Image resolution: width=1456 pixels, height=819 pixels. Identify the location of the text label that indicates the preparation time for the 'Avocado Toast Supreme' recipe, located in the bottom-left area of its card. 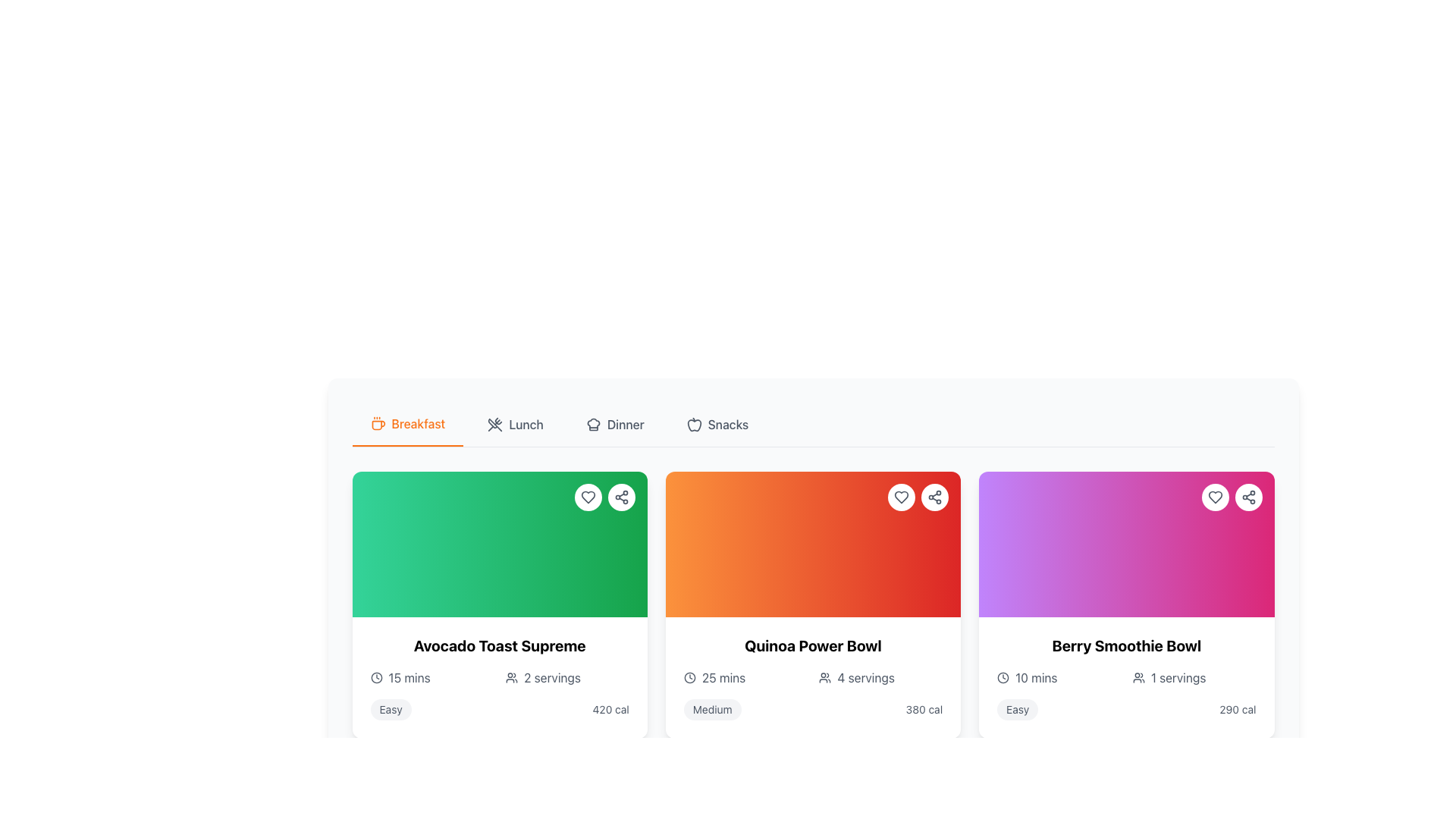
(409, 677).